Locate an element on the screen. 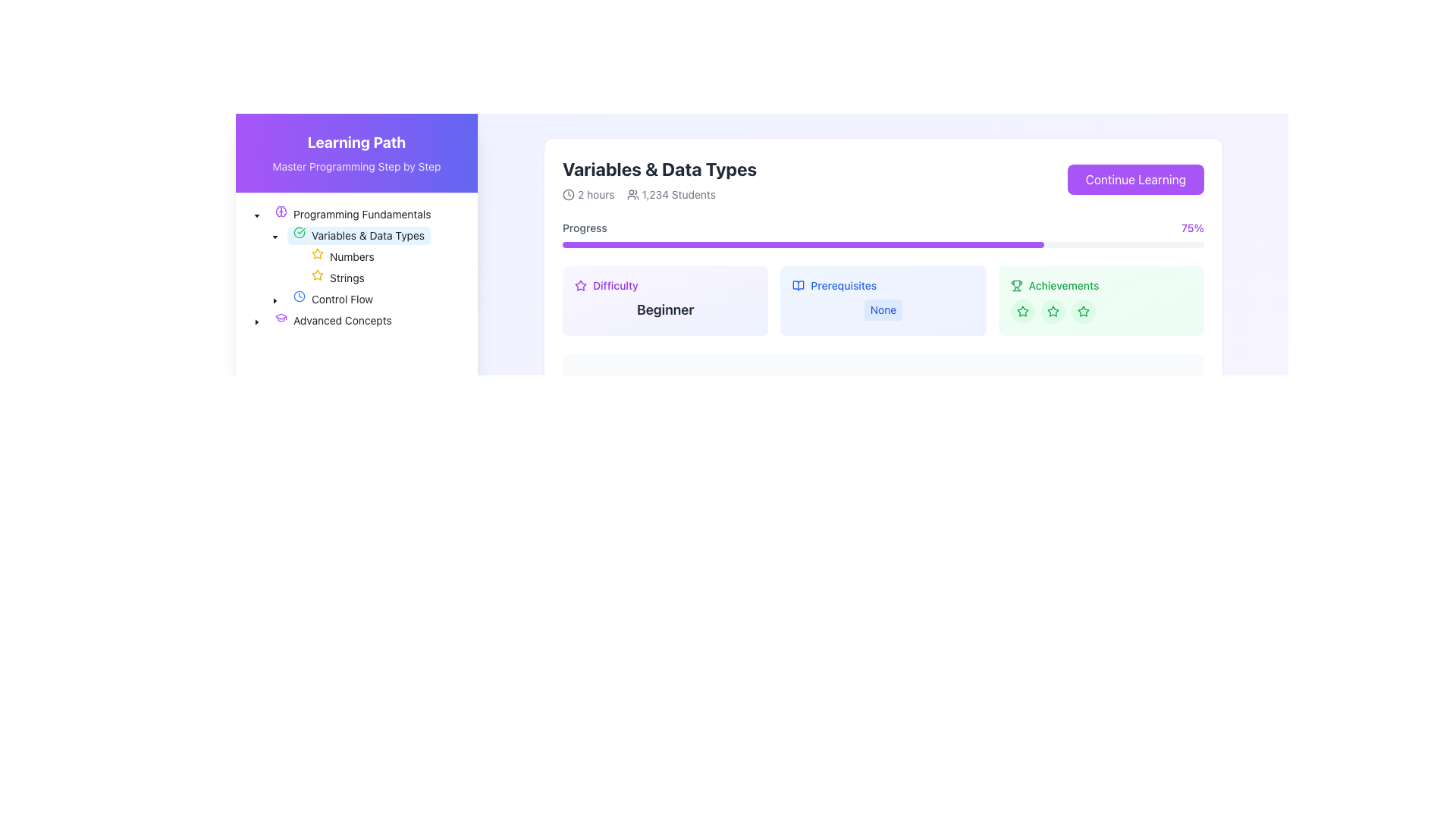 The image size is (1456, 819). the green circular status indicator with a checkmark, which represents a successful action, located next to 'Variables & Data Types' in the left-side navigation pane is located at coordinates (299, 233).